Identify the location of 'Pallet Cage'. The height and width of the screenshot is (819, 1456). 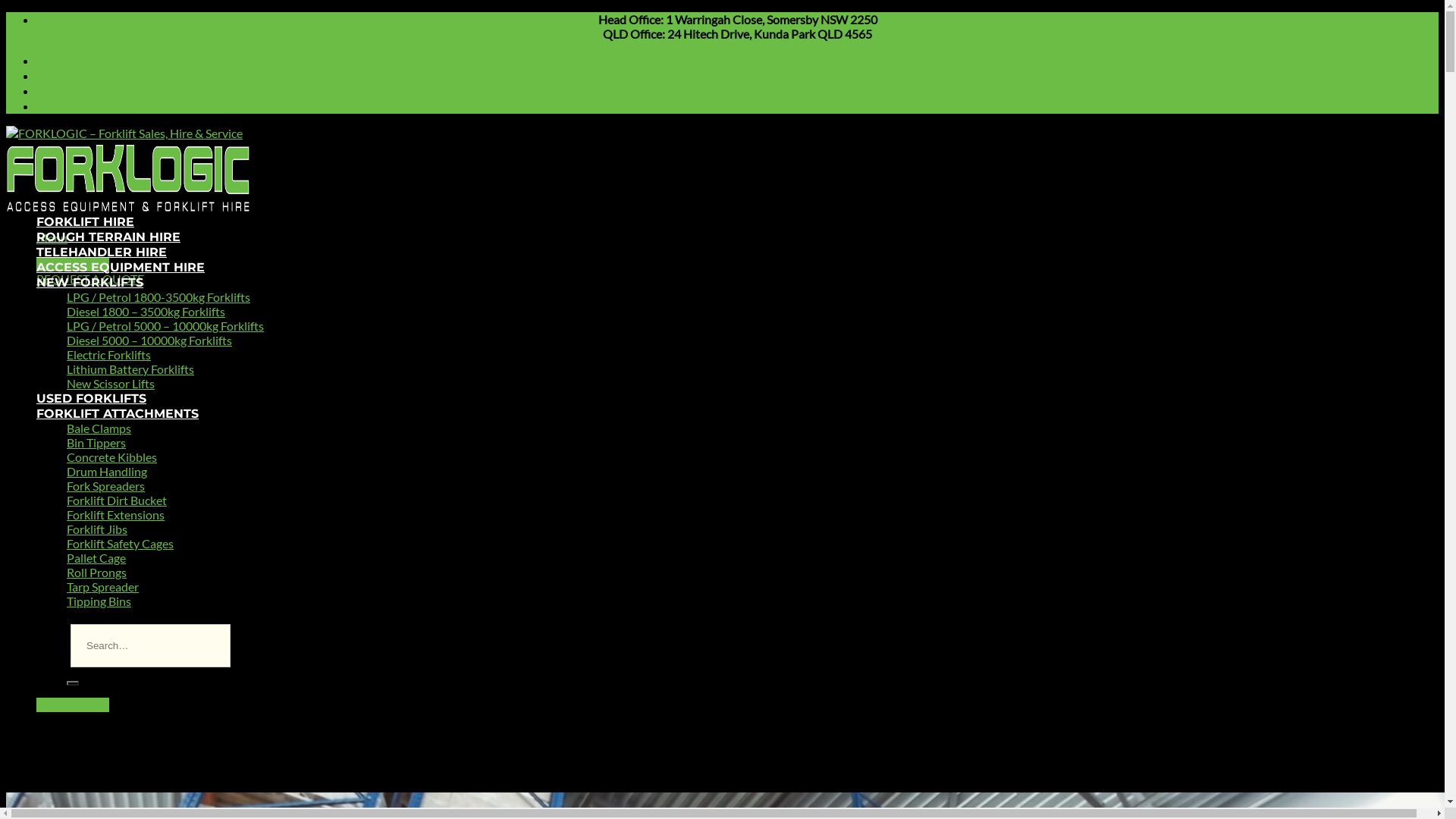
(95, 557).